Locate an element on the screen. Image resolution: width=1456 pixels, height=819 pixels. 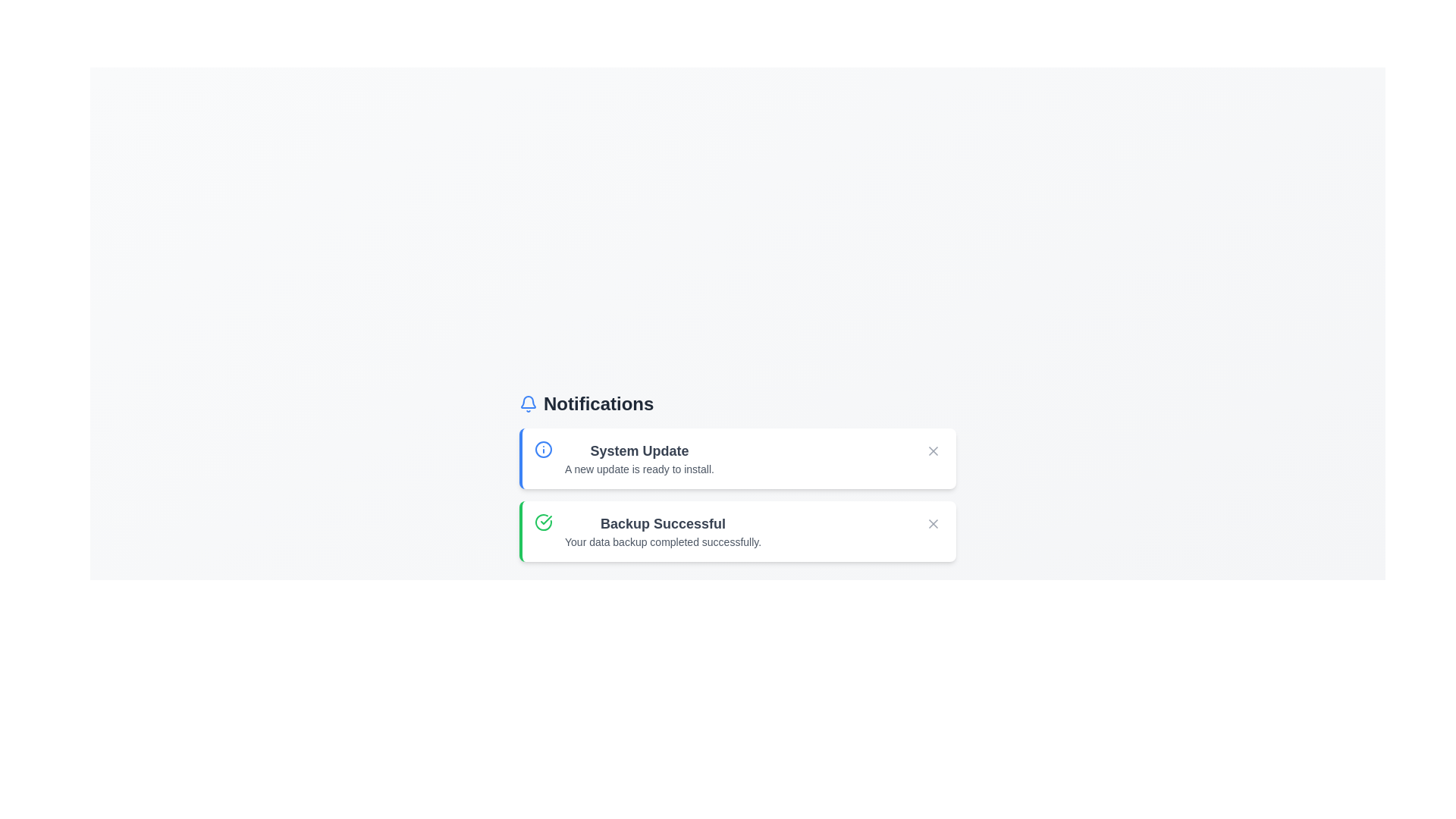
the dismiss button located in the upper-right corner of the 'System Update' notification card is located at coordinates (932, 450).